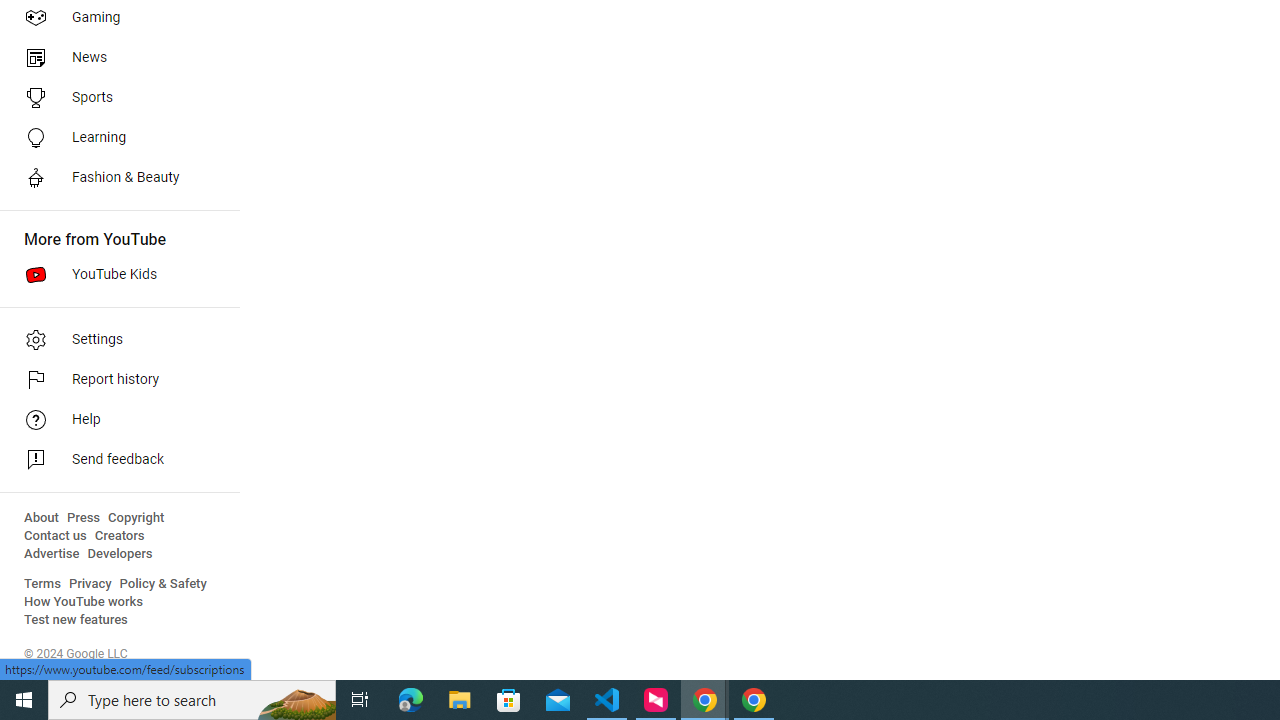  What do you see at coordinates (51, 554) in the screenshot?
I see `'Advertise'` at bounding box center [51, 554].